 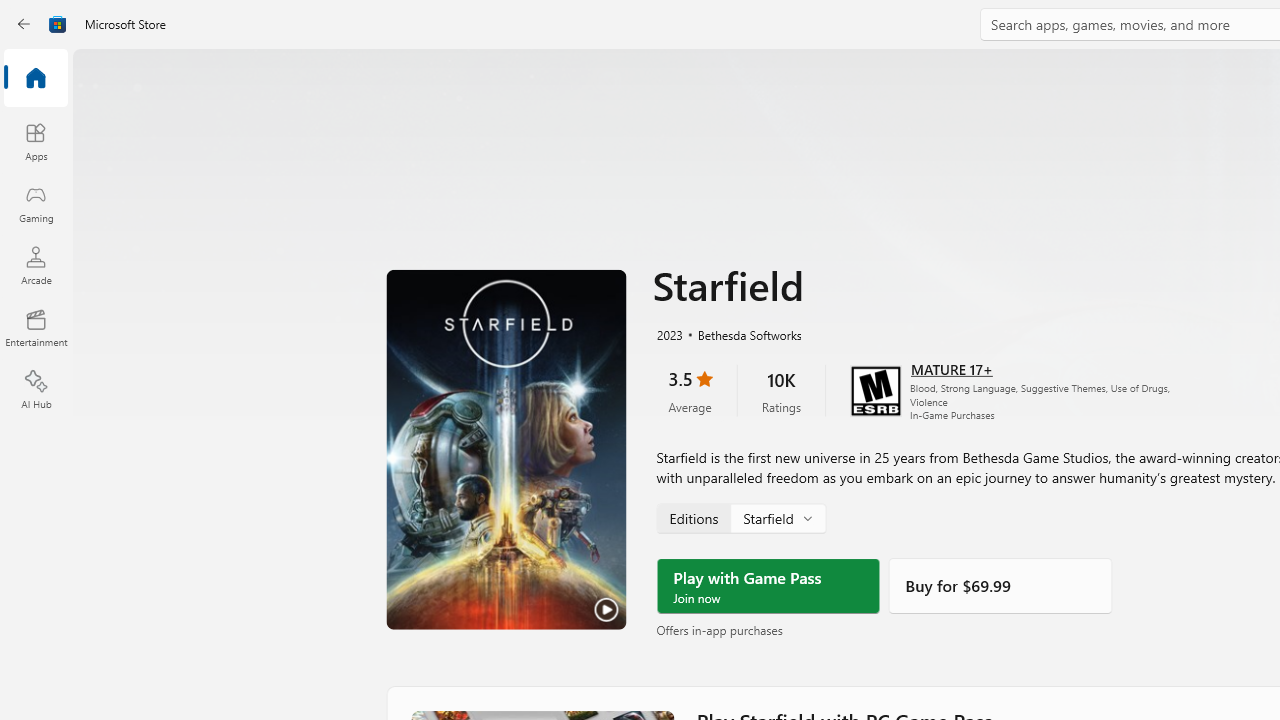 What do you see at coordinates (58, 24) in the screenshot?
I see `'Class: Image'` at bounding box center [58, 24].